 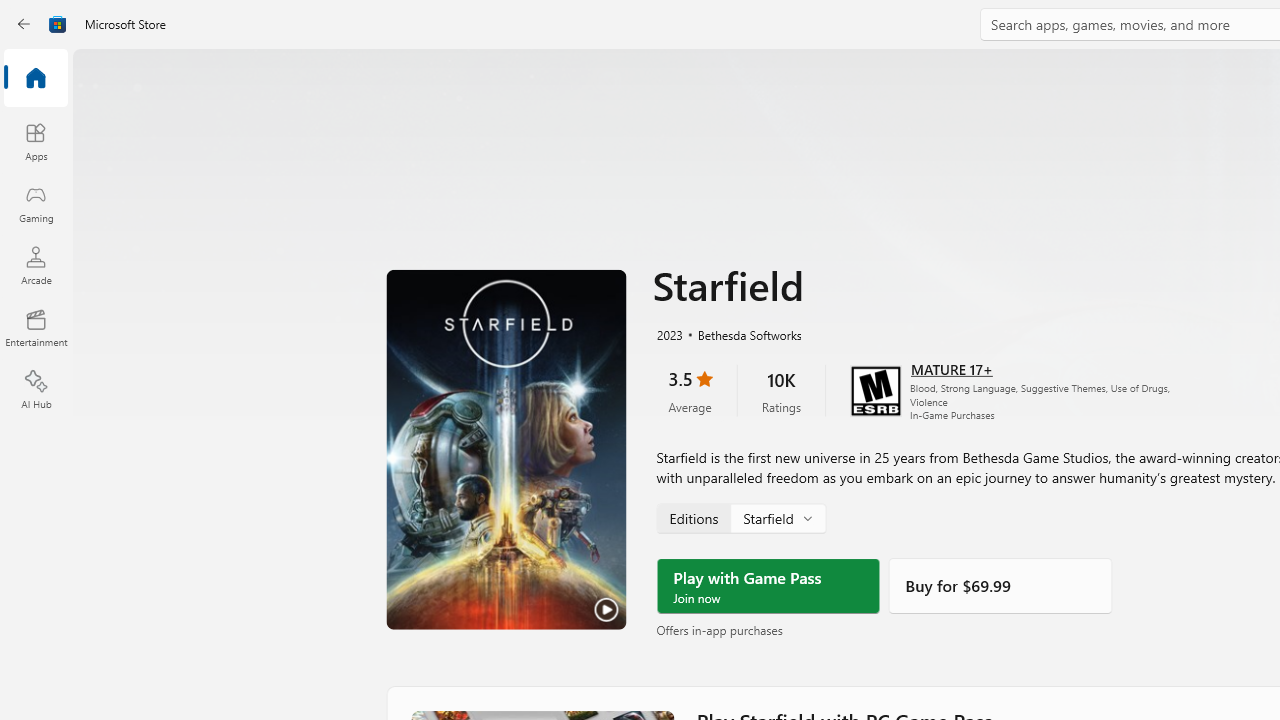 What do you see at coordinates (58, 24) in the screenshot?
I see `'Class: Image'` at bounding box center [58, 24].